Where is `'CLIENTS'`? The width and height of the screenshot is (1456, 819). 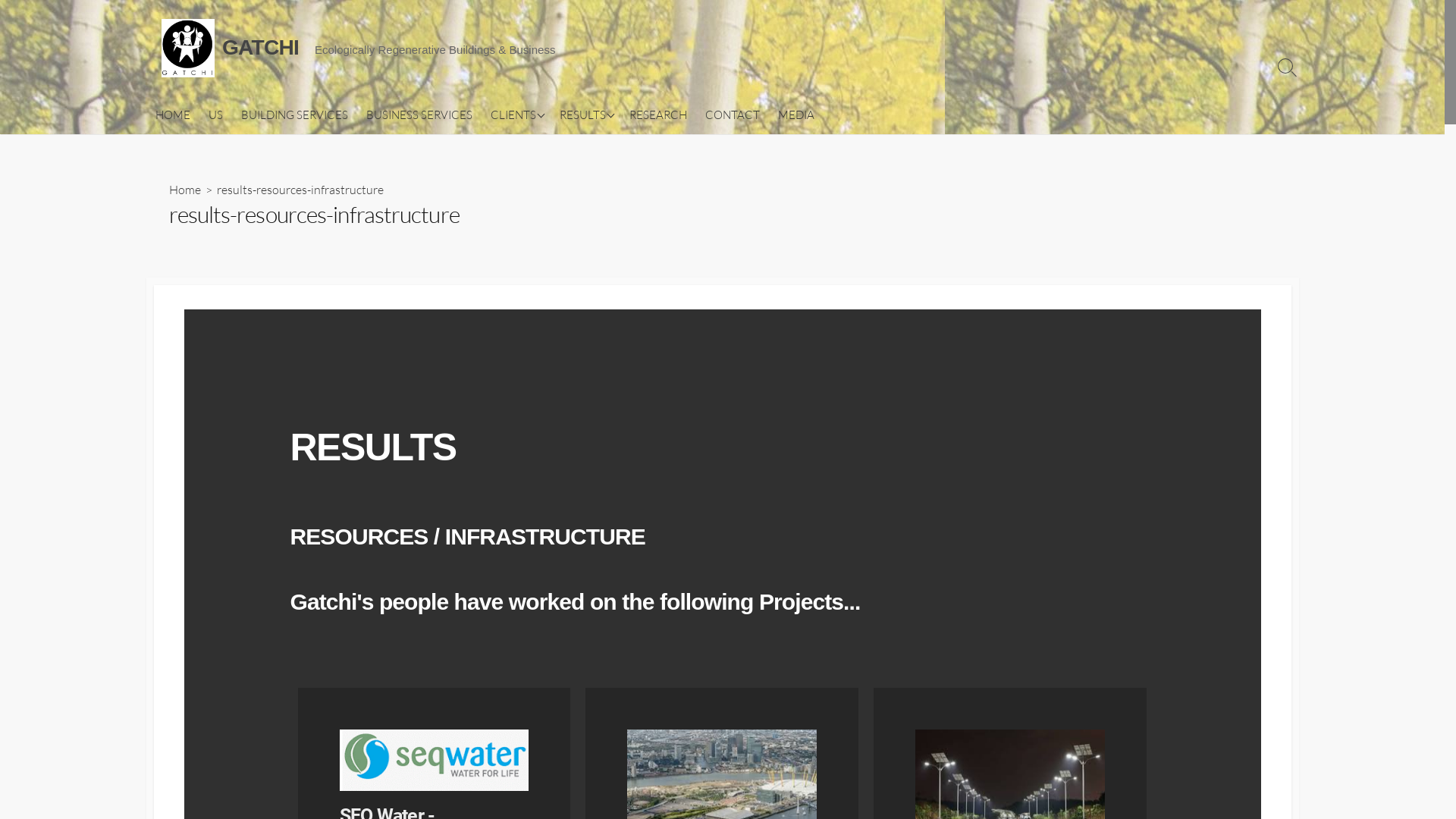 'CLIENTS' is located at coordinates (479, 114).